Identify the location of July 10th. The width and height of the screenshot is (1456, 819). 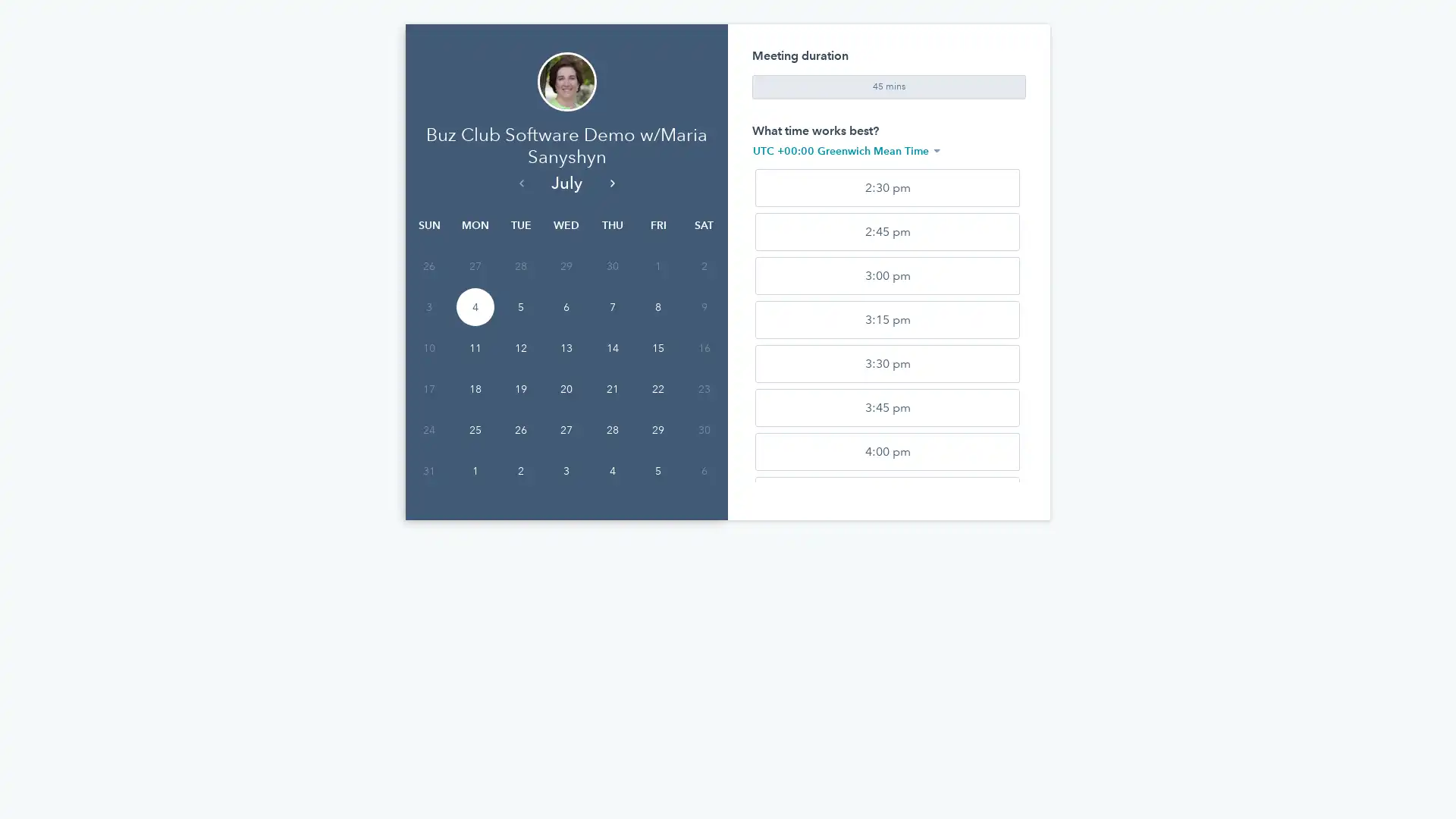
(428, 405).